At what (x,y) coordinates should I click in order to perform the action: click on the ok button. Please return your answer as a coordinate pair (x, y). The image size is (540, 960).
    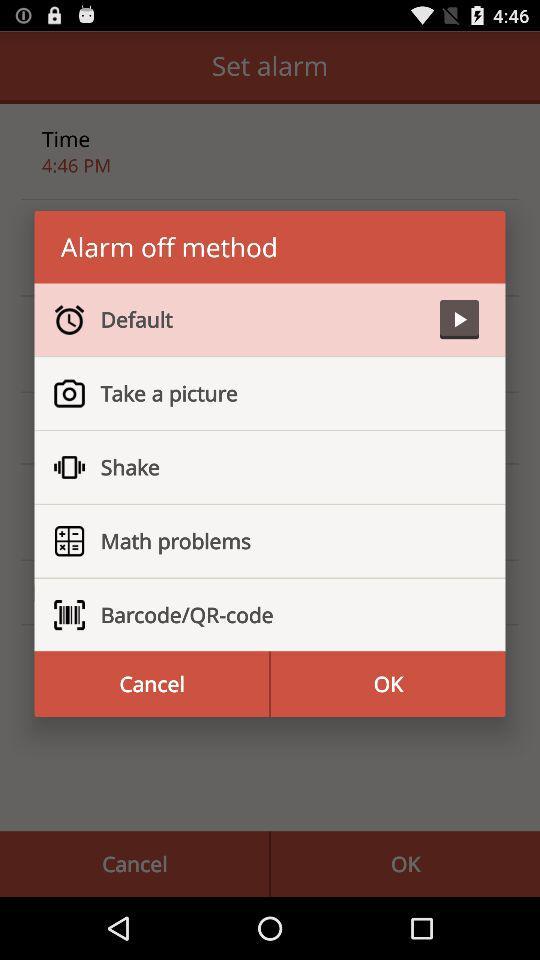
    Looking at the image, I should click on (388, 684).